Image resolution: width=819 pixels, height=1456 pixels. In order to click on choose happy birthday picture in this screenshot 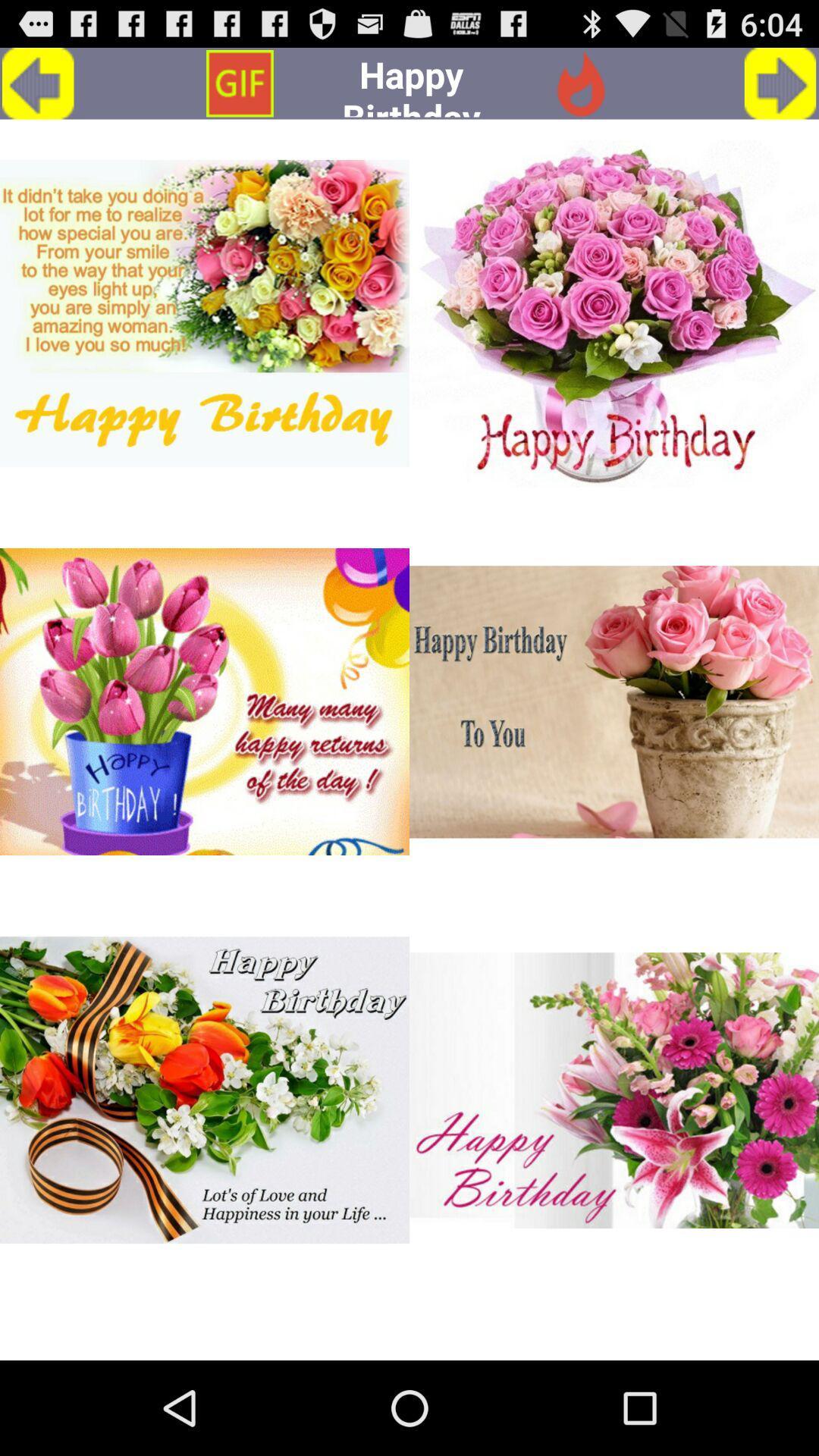, I will do `click(614, 1090)`.